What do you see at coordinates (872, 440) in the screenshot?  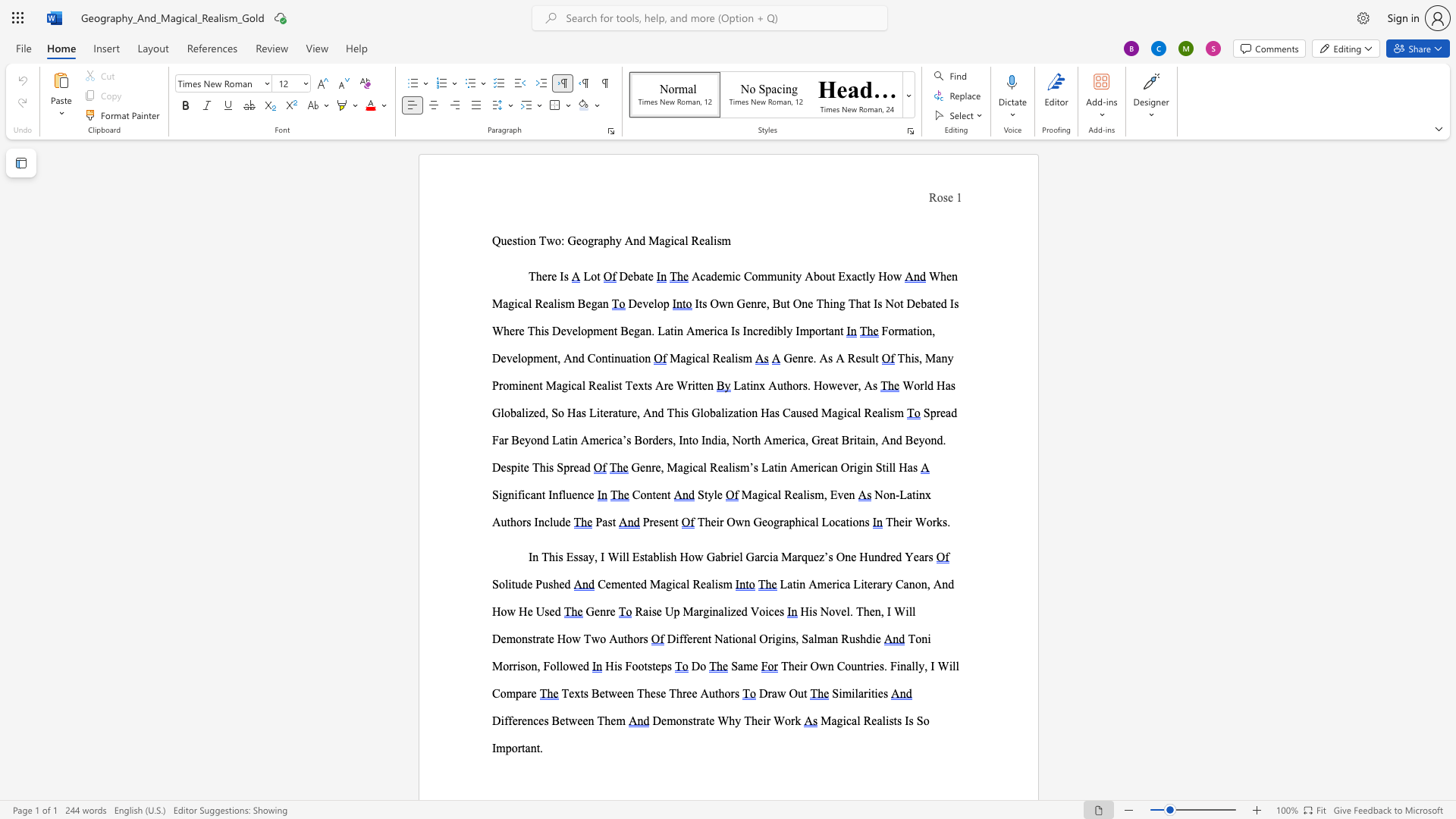 I see `the 5th character "n" in the text` at bounding box center [872, 440].